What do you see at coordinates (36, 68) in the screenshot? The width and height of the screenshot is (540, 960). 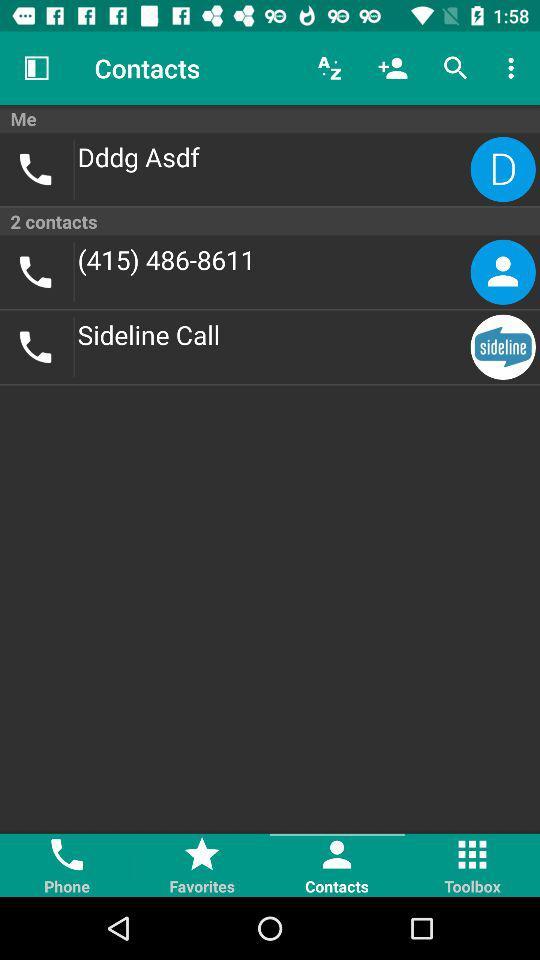 I see `the icon to the left of the contacts icon` at bounding box center [36, 68].